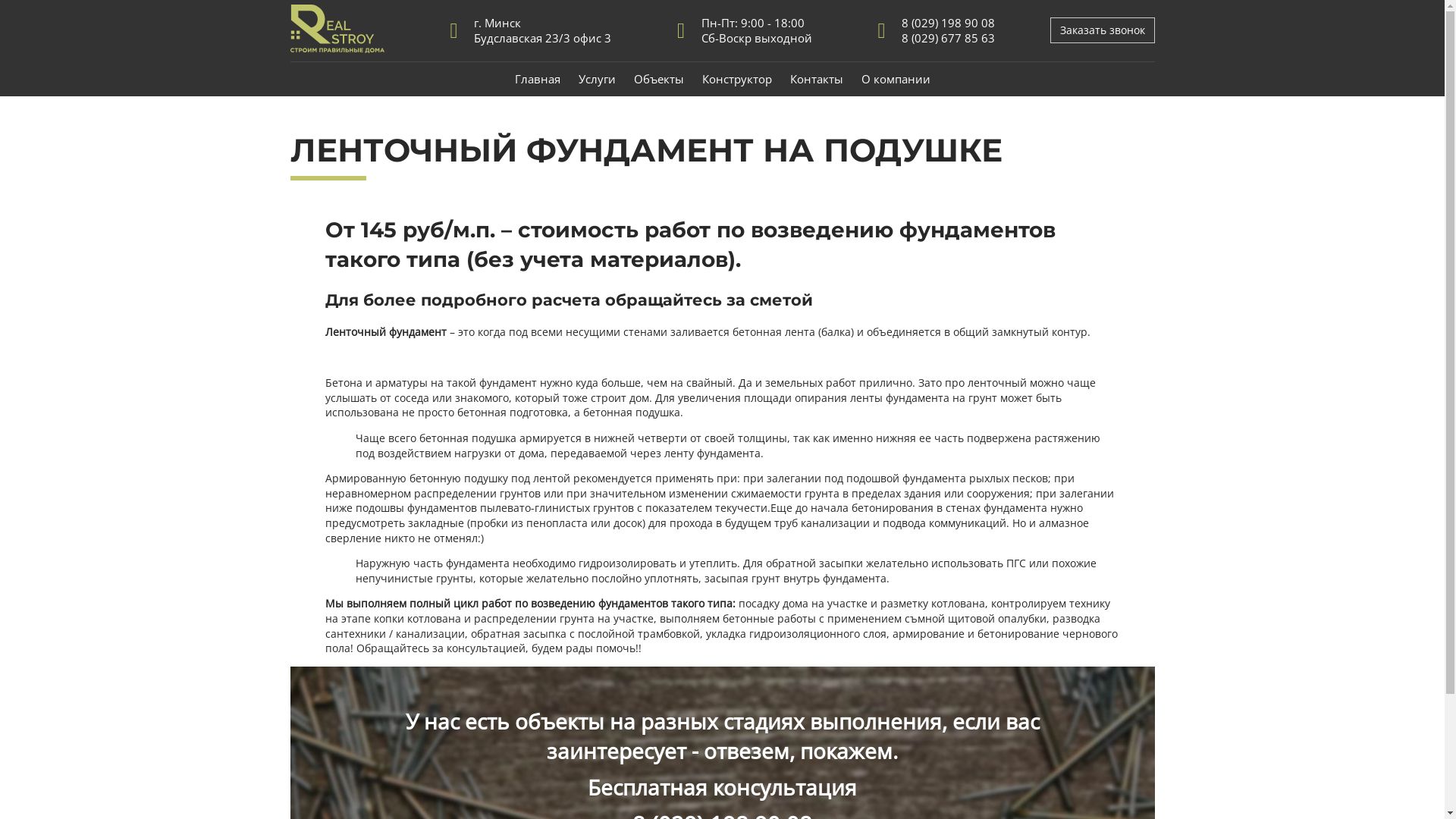 Image resolution: width=1456 pixels, height=819 pixels. Describe the element at coordinates (947, 37) in the screenshot. I see `'8 (029) 677 85 63'` at that location.